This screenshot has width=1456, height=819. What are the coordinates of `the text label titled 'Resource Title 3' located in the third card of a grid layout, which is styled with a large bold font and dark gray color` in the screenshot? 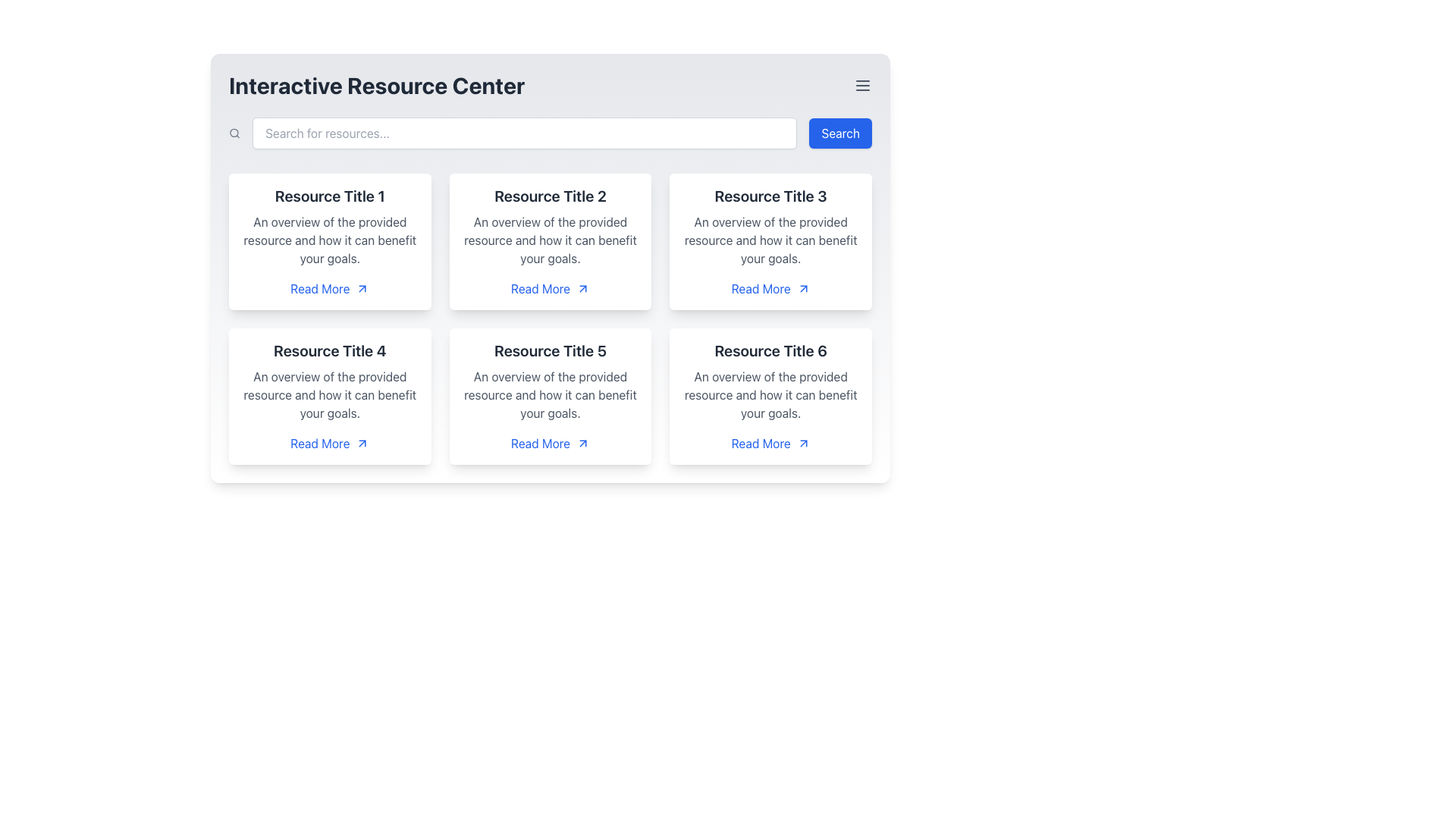 It's located at (770, 195).